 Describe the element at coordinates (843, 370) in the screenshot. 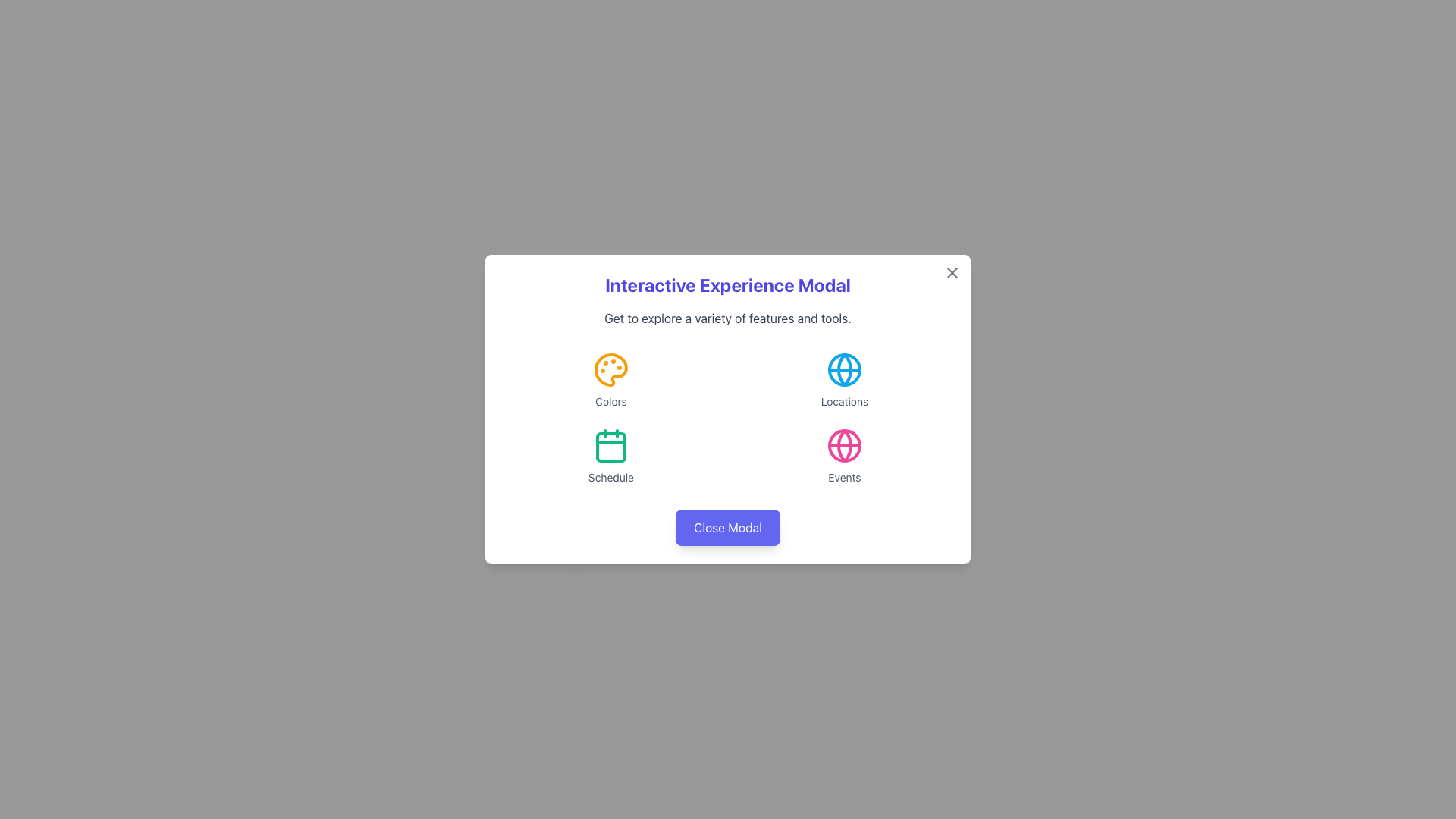

I see `the circular border of the globe design within the 'Locations' icon, located at the top-right corner of the main modal interface` at that location.